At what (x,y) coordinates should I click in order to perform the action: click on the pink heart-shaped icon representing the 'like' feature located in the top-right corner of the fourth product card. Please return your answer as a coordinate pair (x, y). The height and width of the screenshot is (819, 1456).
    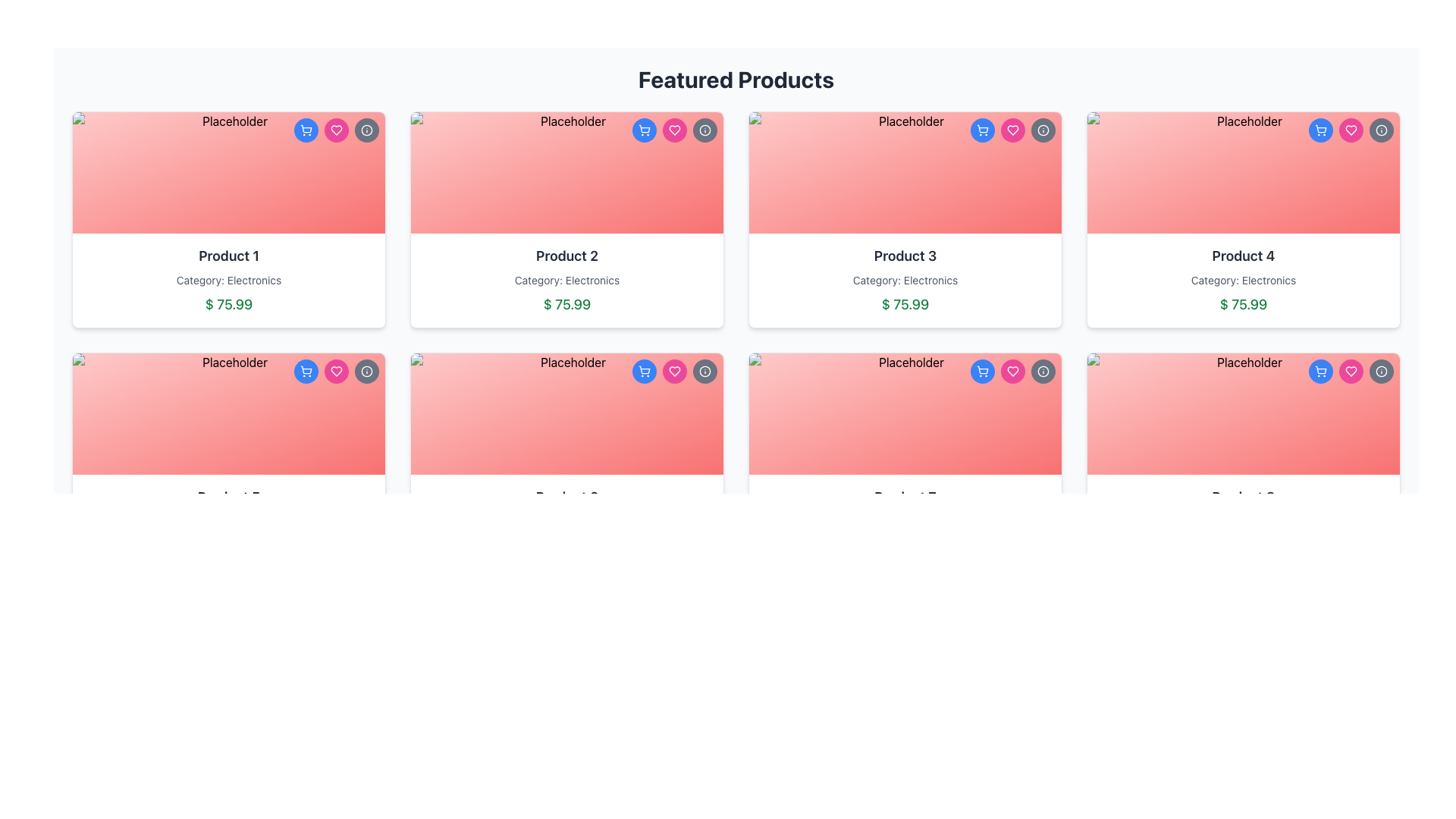
    Looking at the image, I should click on (1351, 371).